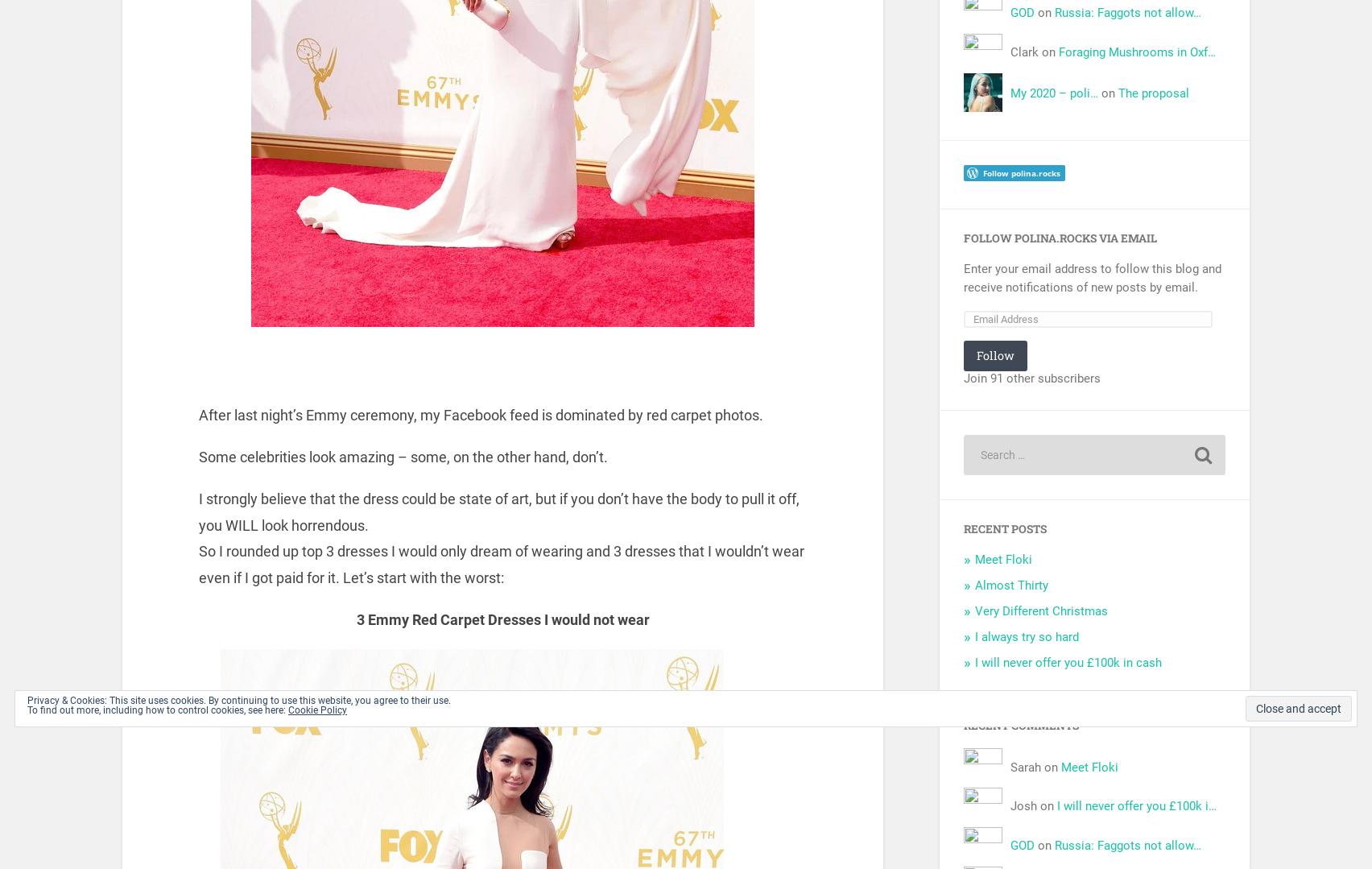 Image resolution: width=1372 pixels, height=869 pixels. I want to click on 'I strongly believe that the dress could be state of art, but if you don’t have the body to pull it off, you WILL look horrendous.', so click(498, 511).